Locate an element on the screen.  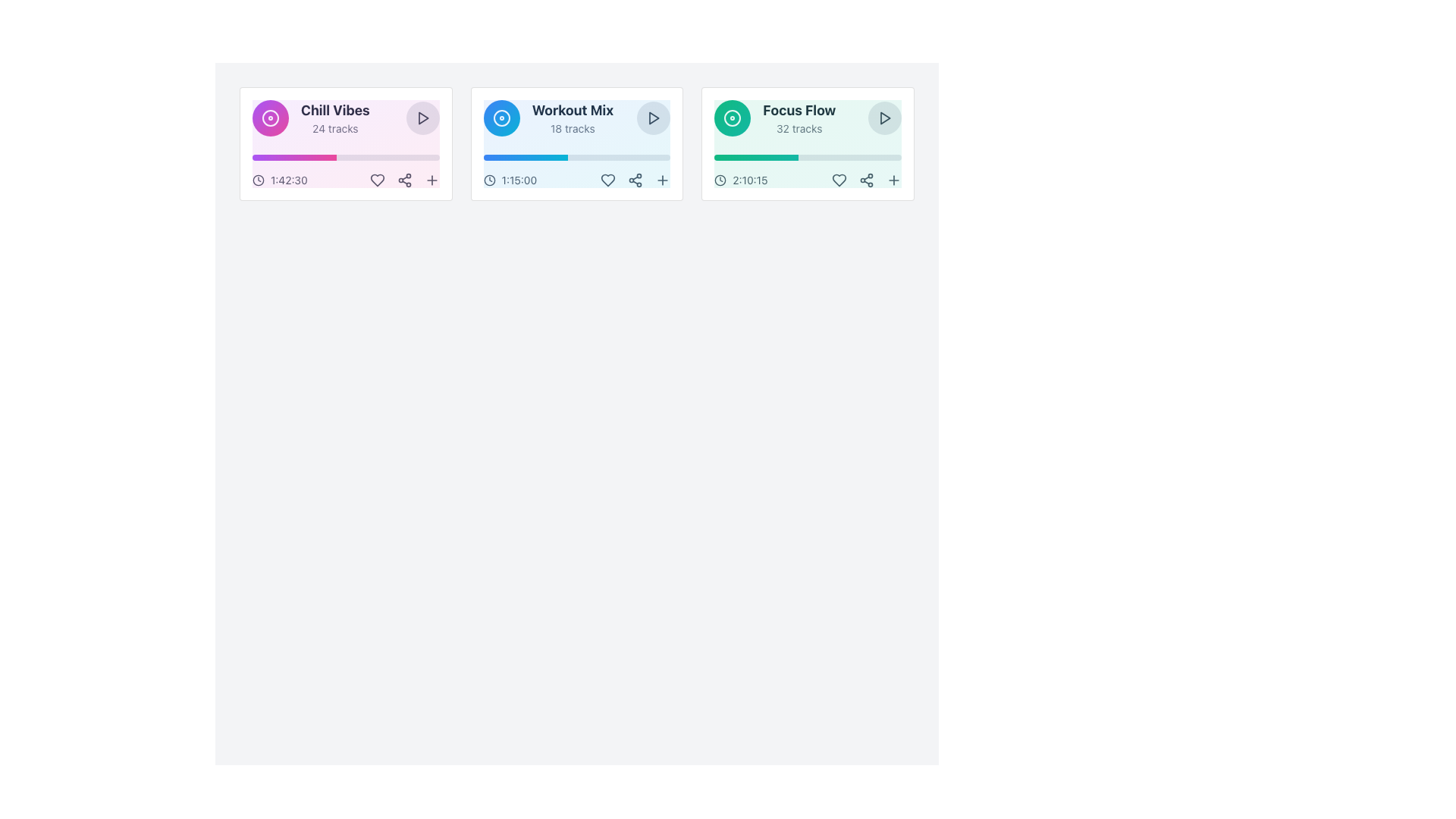
the slider is located at coordinates (534, 158).